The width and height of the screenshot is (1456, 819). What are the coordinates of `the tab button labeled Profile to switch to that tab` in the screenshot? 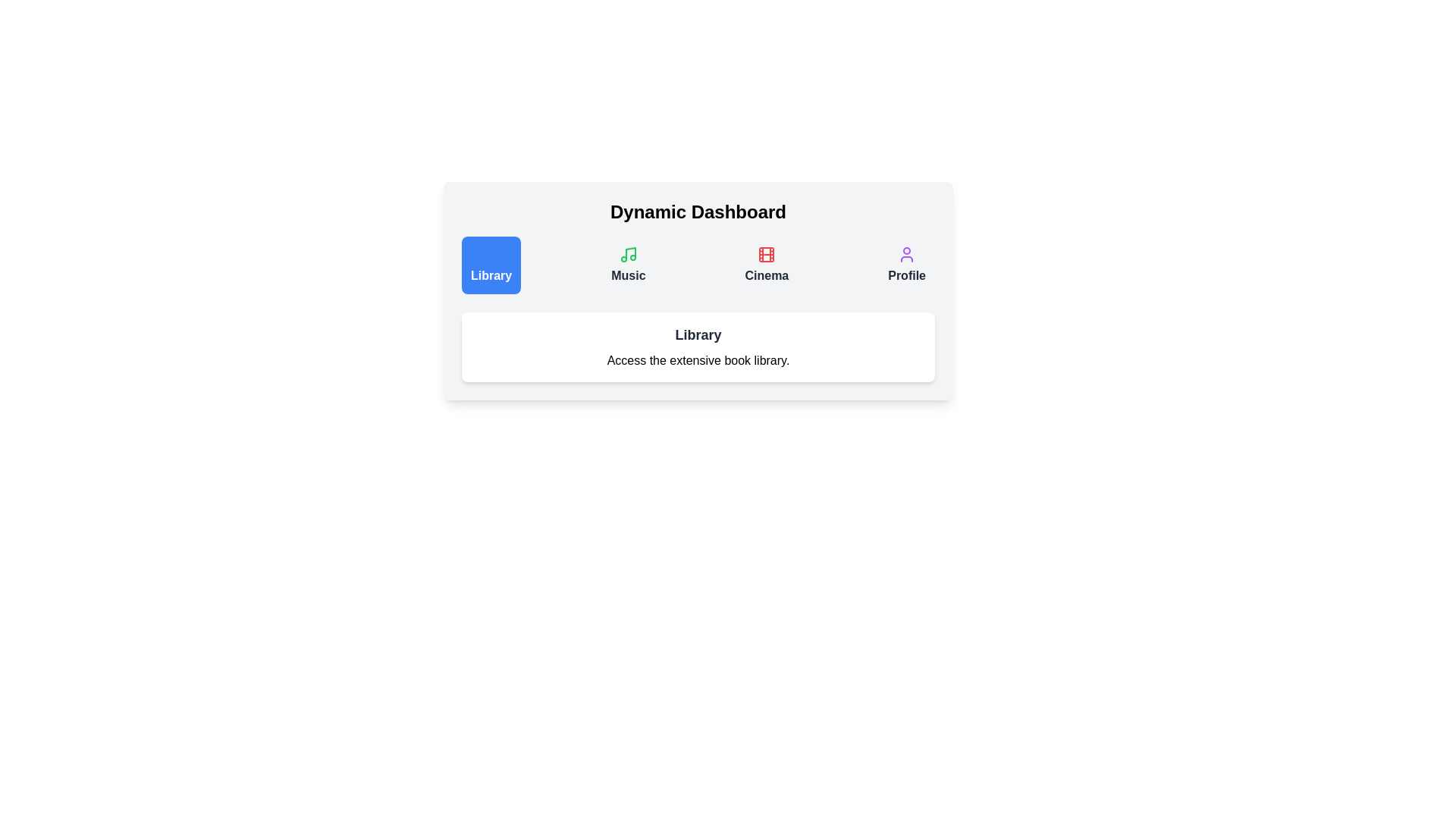 It's located at (906, 265).